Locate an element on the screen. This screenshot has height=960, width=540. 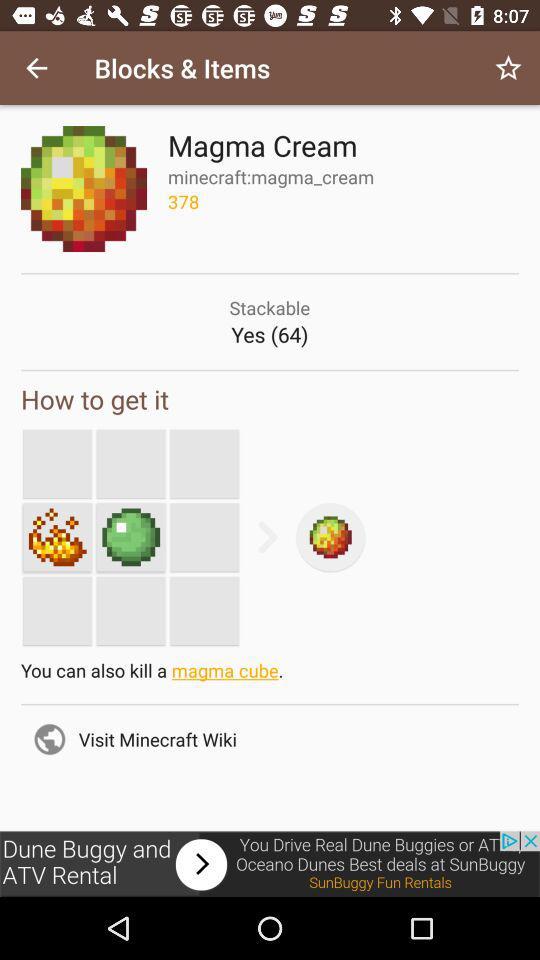
item next to blocks & items icon is located at coordinates (36, 68).